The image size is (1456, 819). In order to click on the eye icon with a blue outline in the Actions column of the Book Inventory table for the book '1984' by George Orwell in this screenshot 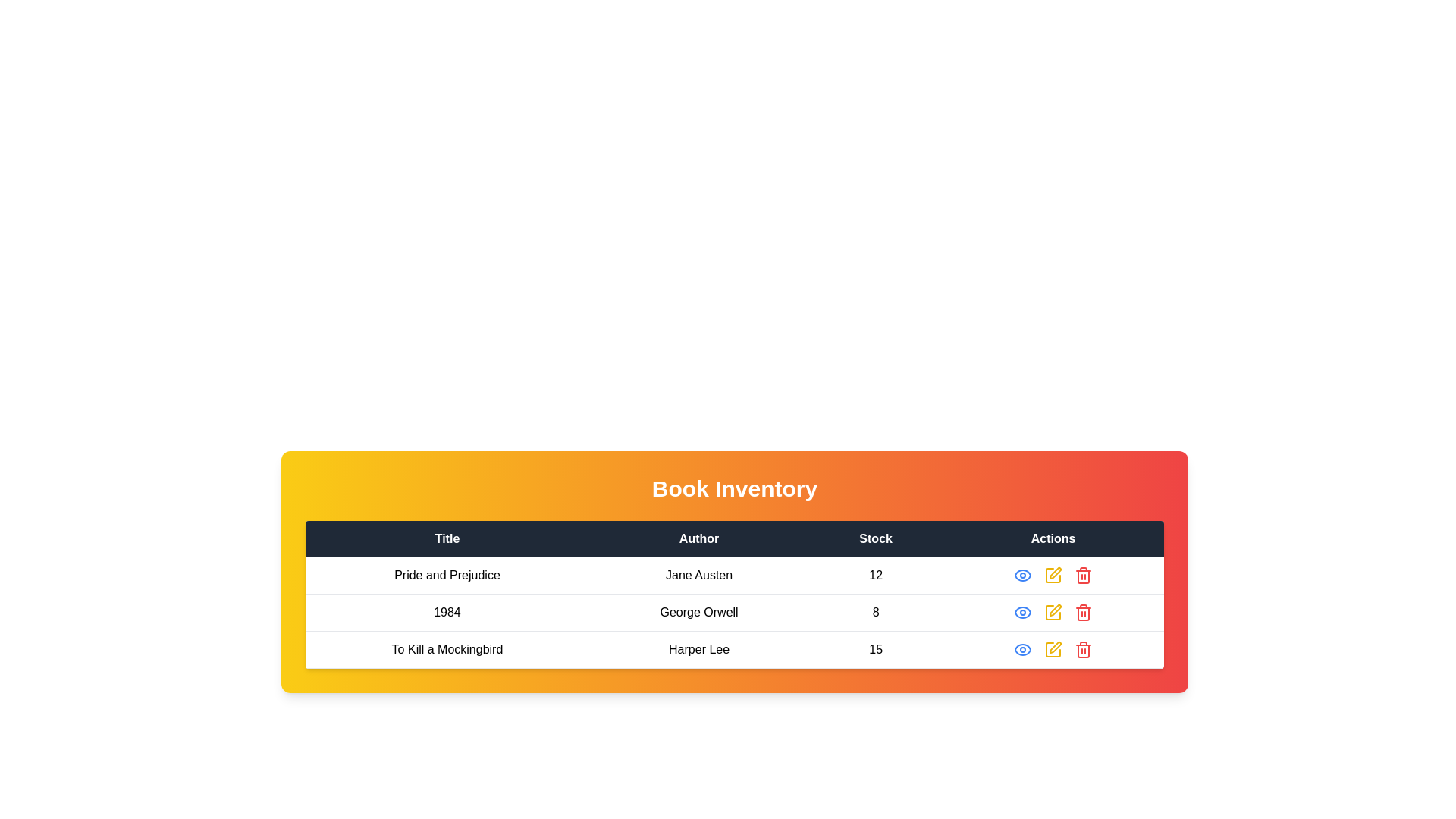, I will do `click(1022, 648)`.